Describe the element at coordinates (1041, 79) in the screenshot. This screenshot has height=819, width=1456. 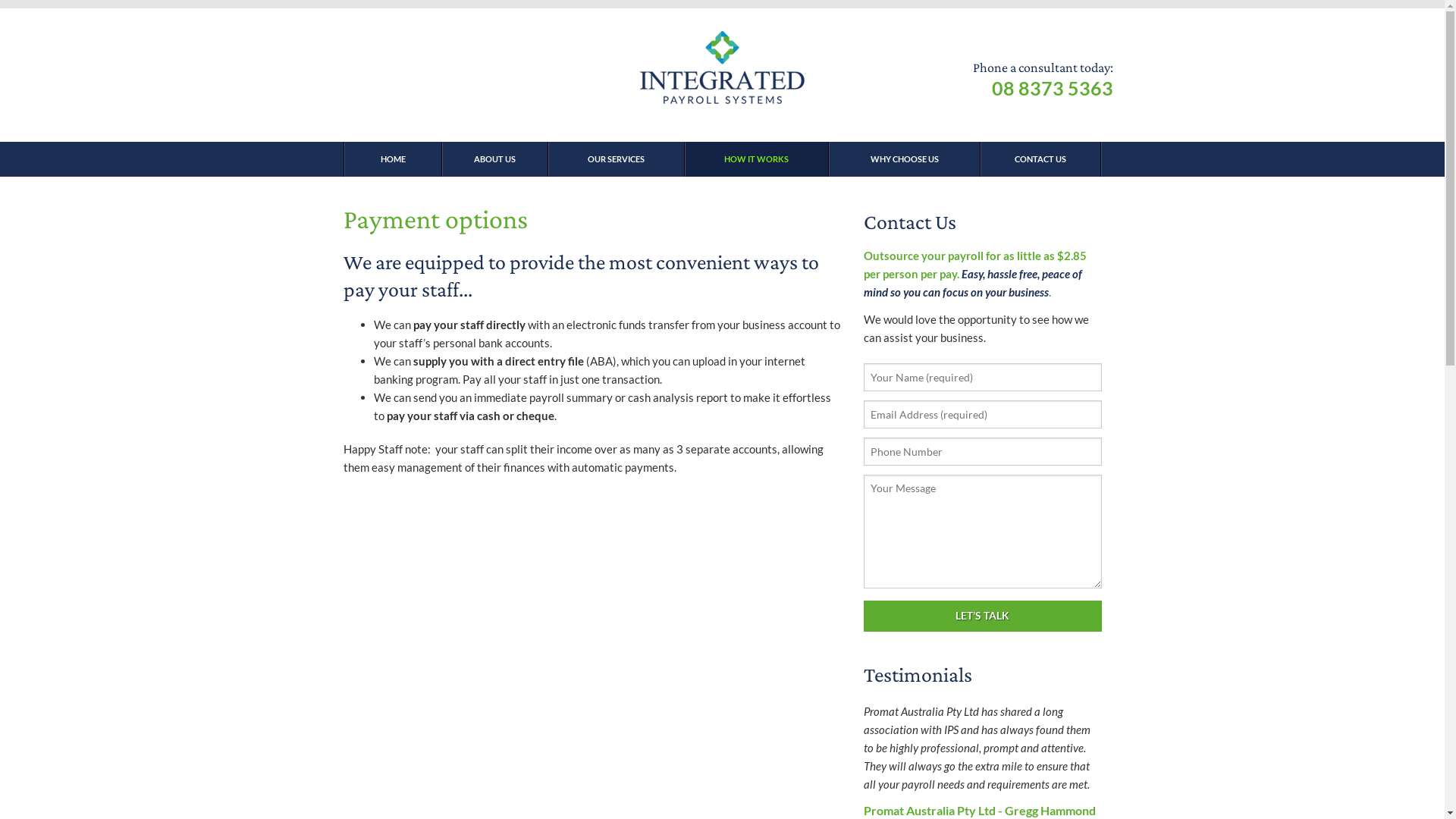
I see `'Phone a consultant today:` at that location.